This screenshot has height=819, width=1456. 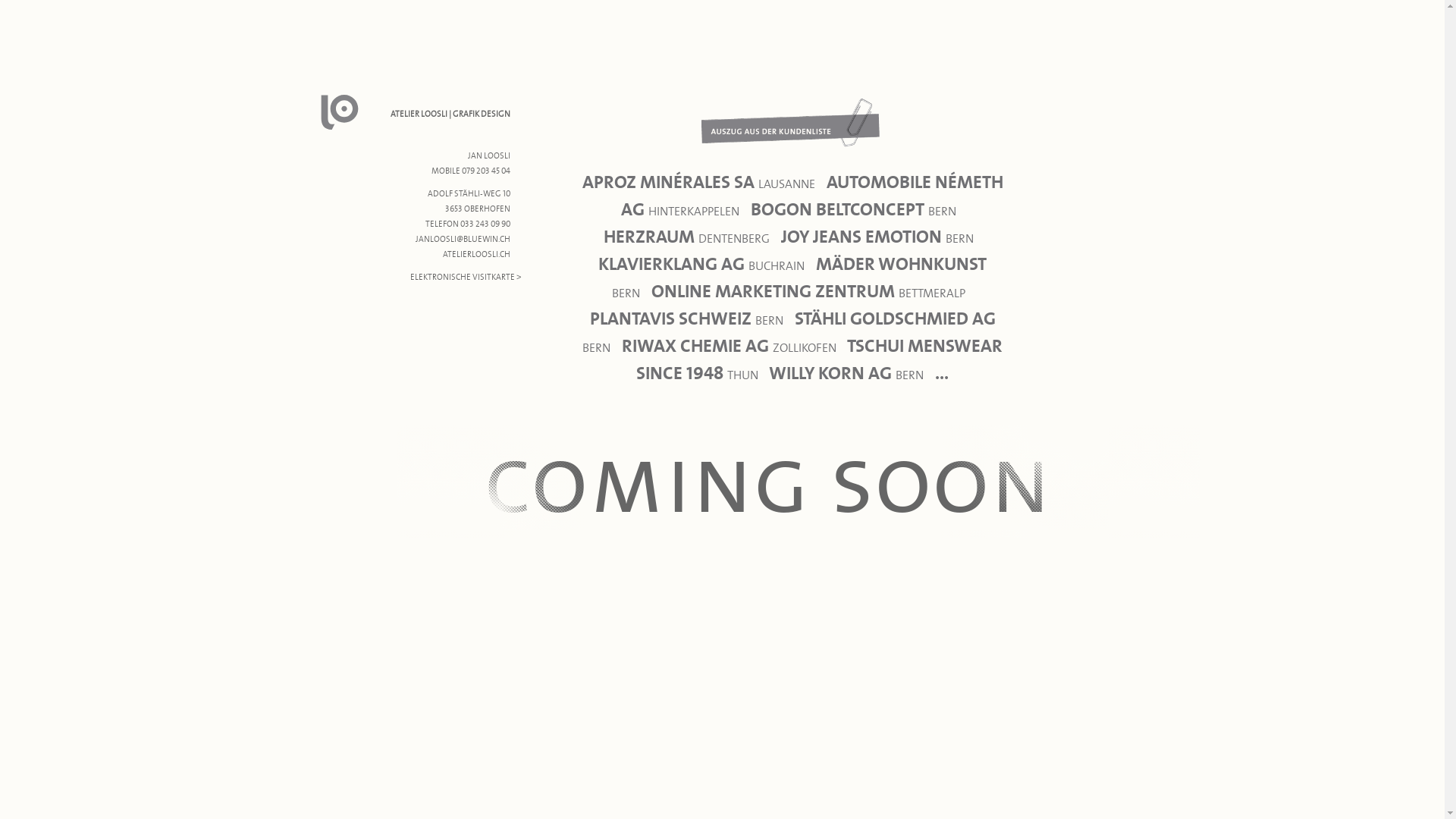 What do you see at coordinates (465, 277) in the screenshot?
I see `'ELEKTRONISCHE VISITKARTE >'` at bounding box center [465, 277].